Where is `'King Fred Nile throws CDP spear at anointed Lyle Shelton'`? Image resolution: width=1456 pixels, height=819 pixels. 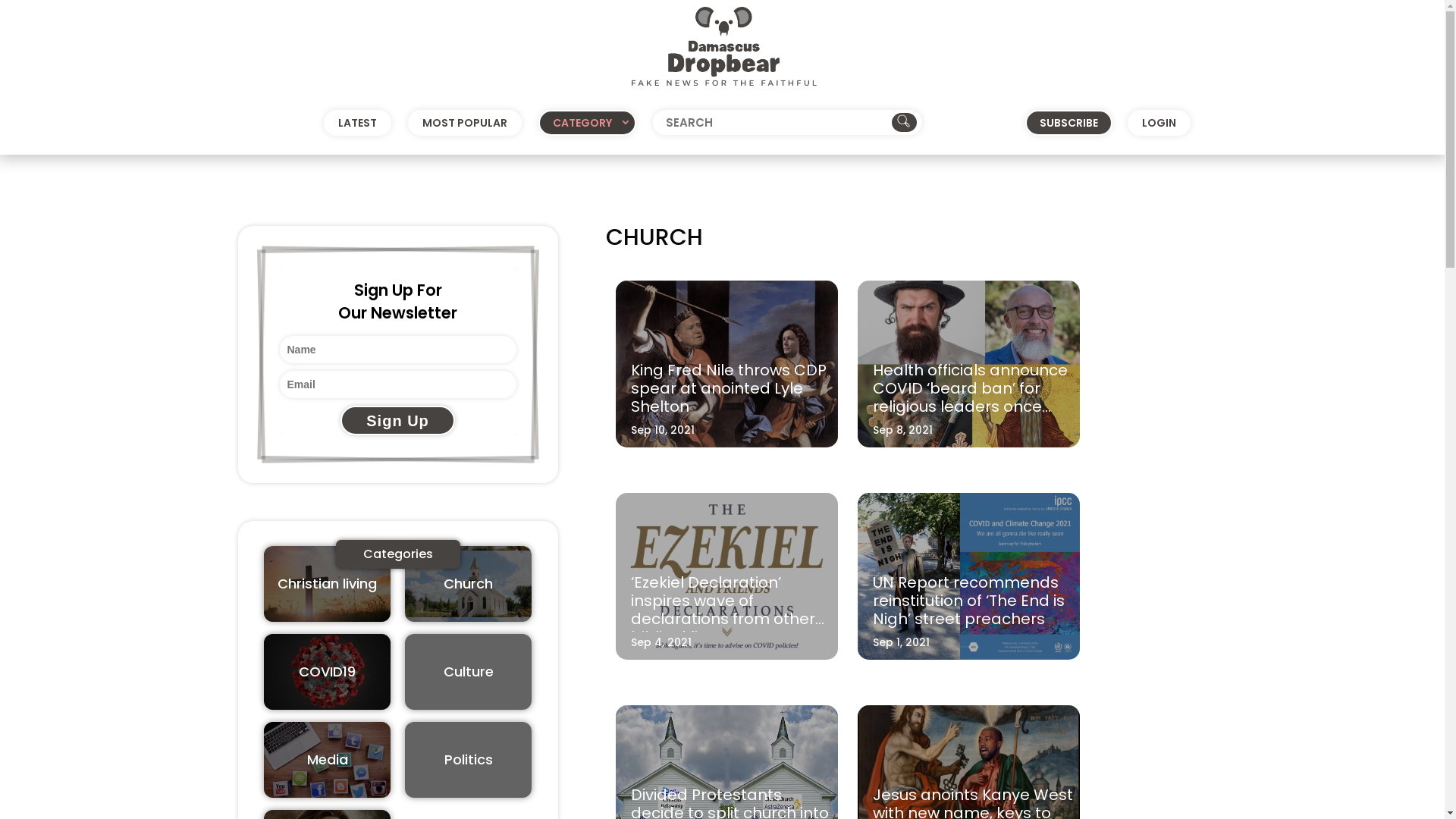
'King Fred Nile throws CDP spear at anointed Lyle Shelton' is located at coordinates (728, 388).